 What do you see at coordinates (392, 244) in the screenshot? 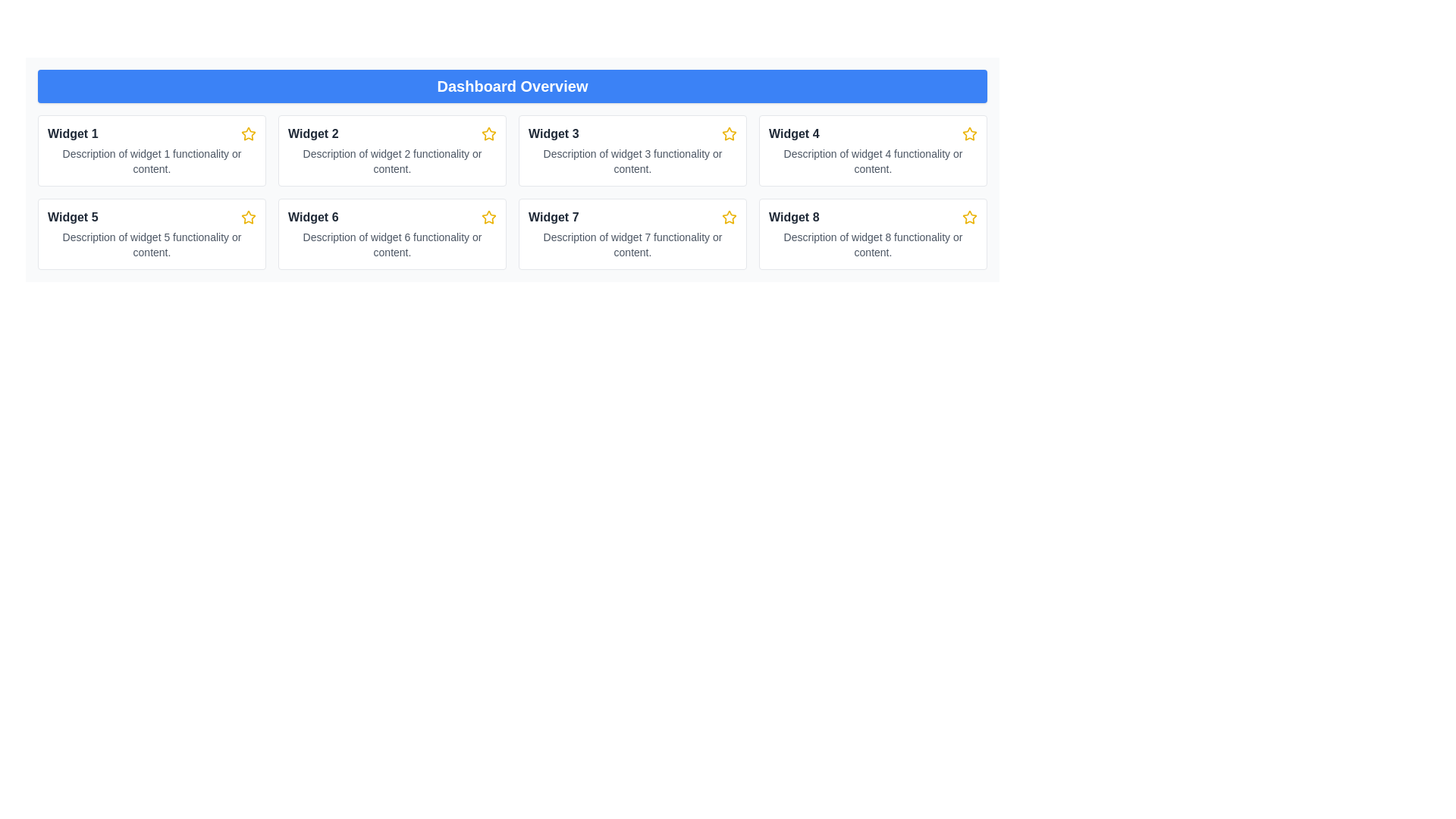
I see `the descriptive text located at the lower part of Widget 6 to trigger any associated tooltips or animations` at bounding box center [392, 244].